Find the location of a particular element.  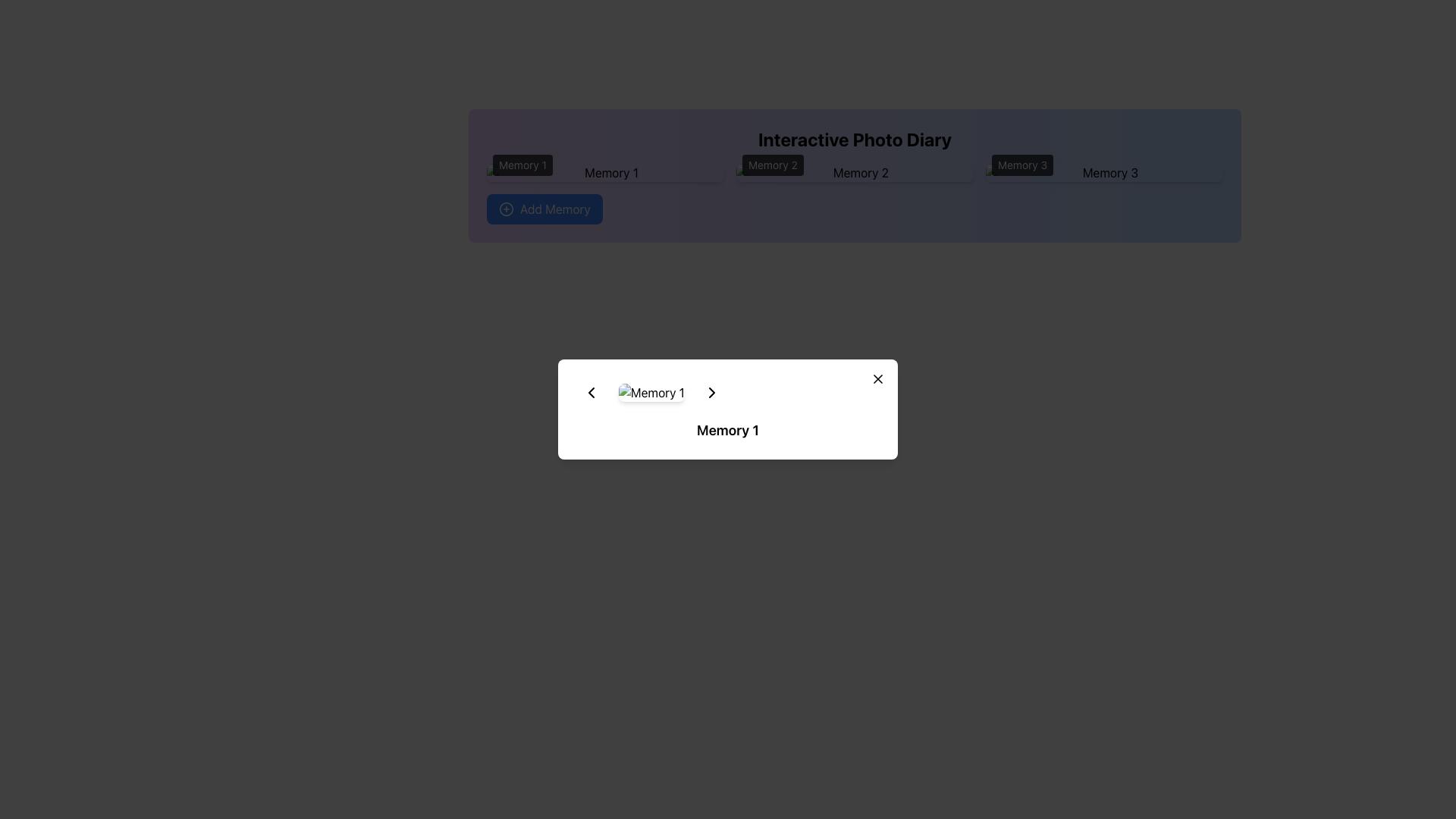

the button used is located at coordinates (544, 209).